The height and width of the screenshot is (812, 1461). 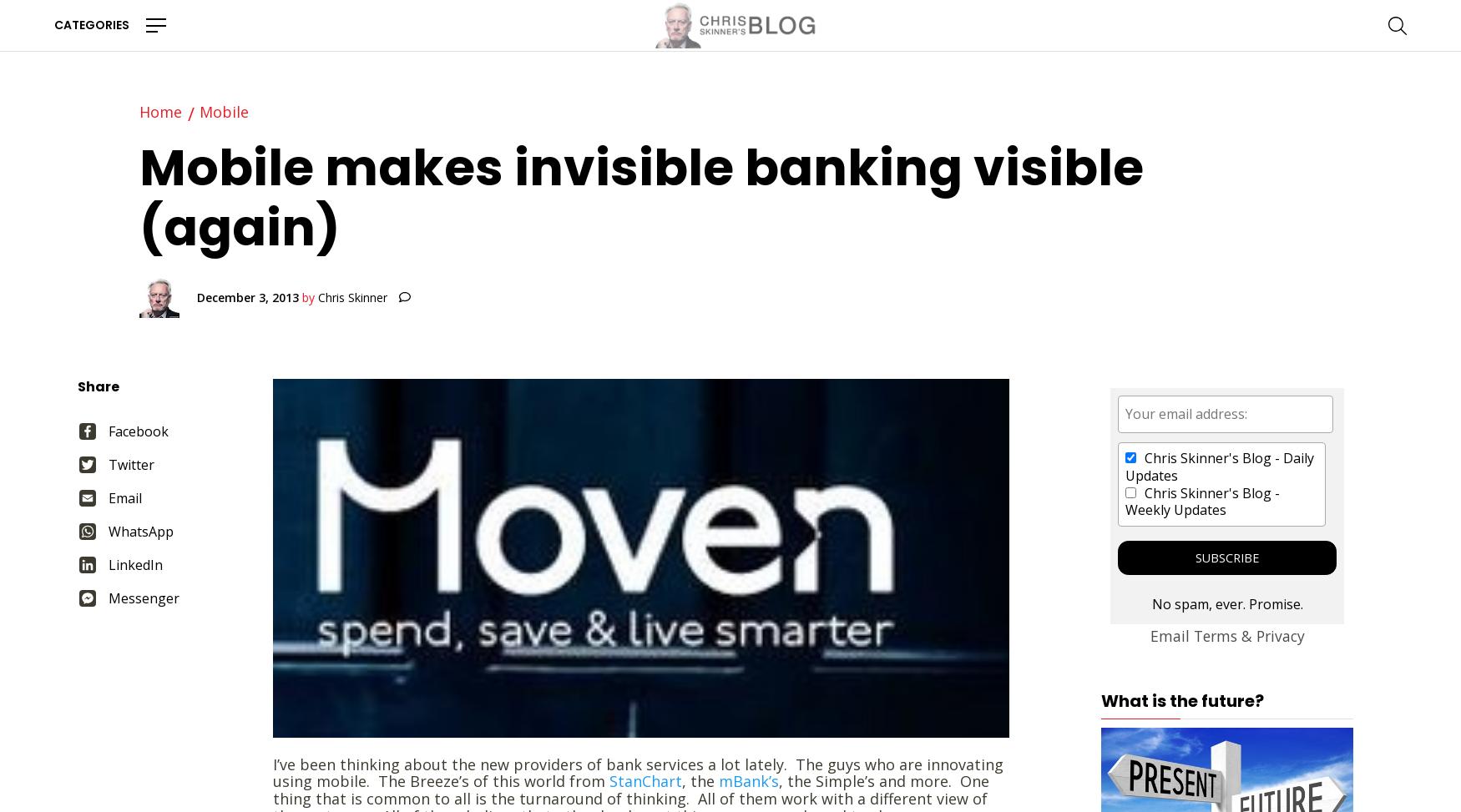 What do you see at coordinates (140, 529) in the screenshot?
I see `'WhatsApp'` at bounding box center [140, 529].